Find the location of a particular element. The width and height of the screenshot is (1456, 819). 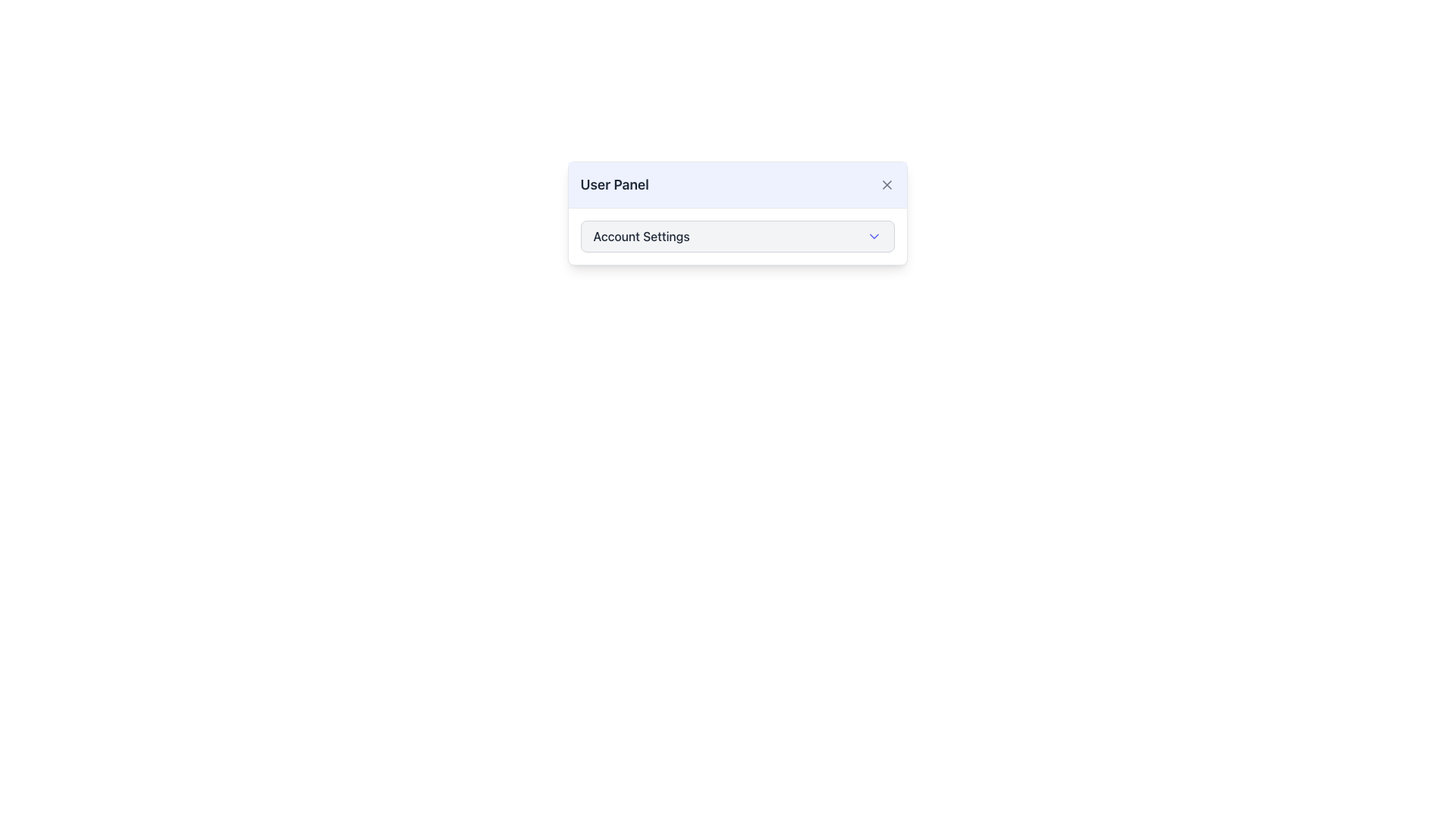

the 'User Panel' text label, which is prominently displayed in large, bold, dark-gray font at the top-left section of the light blue-gray header bar is located at coordinates (614, 184).